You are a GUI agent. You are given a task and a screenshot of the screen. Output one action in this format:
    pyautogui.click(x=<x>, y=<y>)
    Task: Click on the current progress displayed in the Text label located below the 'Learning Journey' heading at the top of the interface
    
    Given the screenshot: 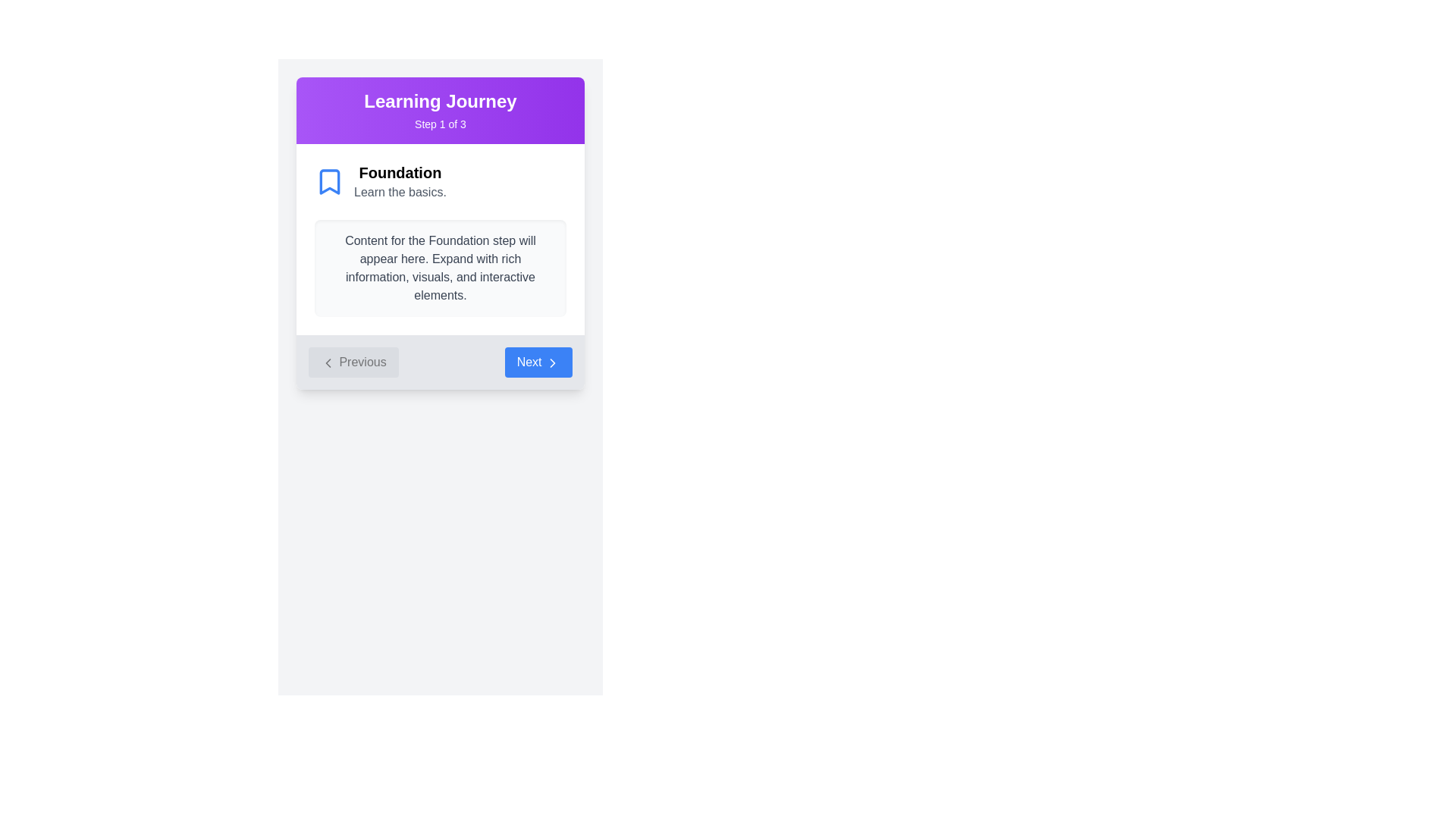 What is the action you would take?
    pyautogui.click(x=439, y=124)
    